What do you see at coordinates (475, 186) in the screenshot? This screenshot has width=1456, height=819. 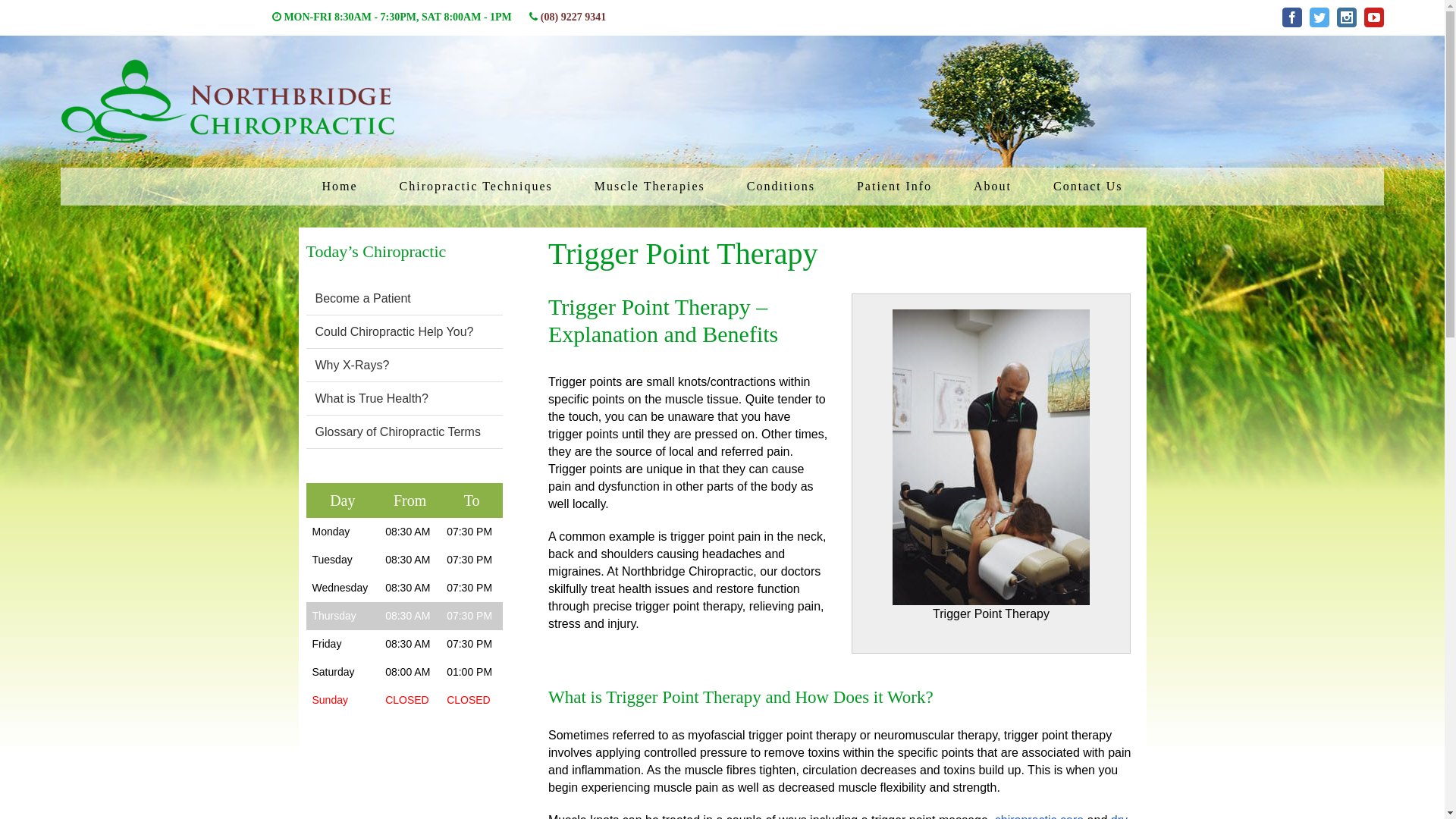 I see `'Chiropractic Techniques'` at bounding box center [475, 186].